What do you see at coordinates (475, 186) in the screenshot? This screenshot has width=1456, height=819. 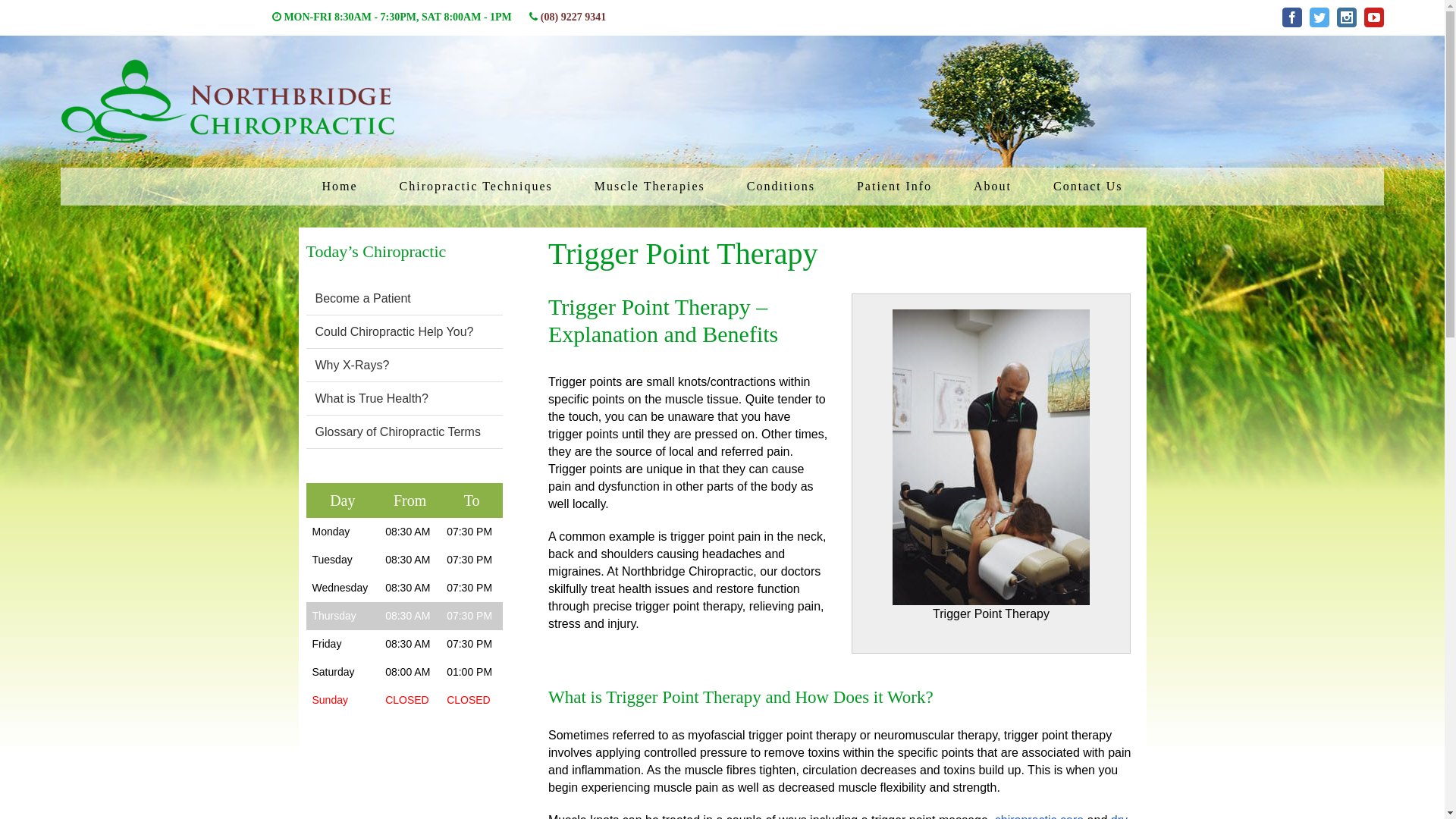 I see `'Chiropractic Techniques'` at bounding box center [475, 186].